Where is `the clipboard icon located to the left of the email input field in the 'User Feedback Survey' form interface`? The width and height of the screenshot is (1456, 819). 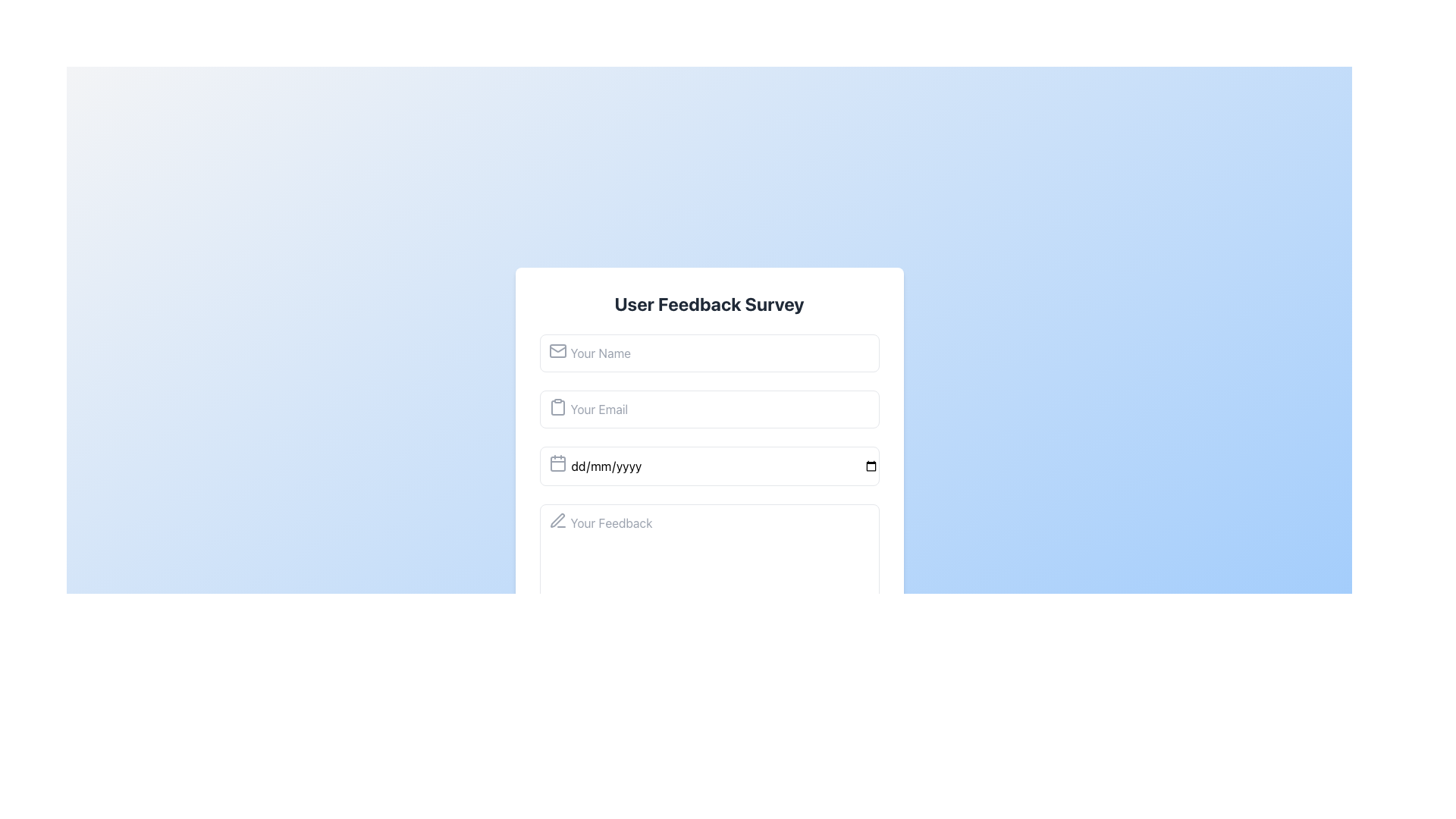
the clipboard icon located to the left of the email input field in the 'User Feedback Survey' form interface is located at coordinates (557, 406).